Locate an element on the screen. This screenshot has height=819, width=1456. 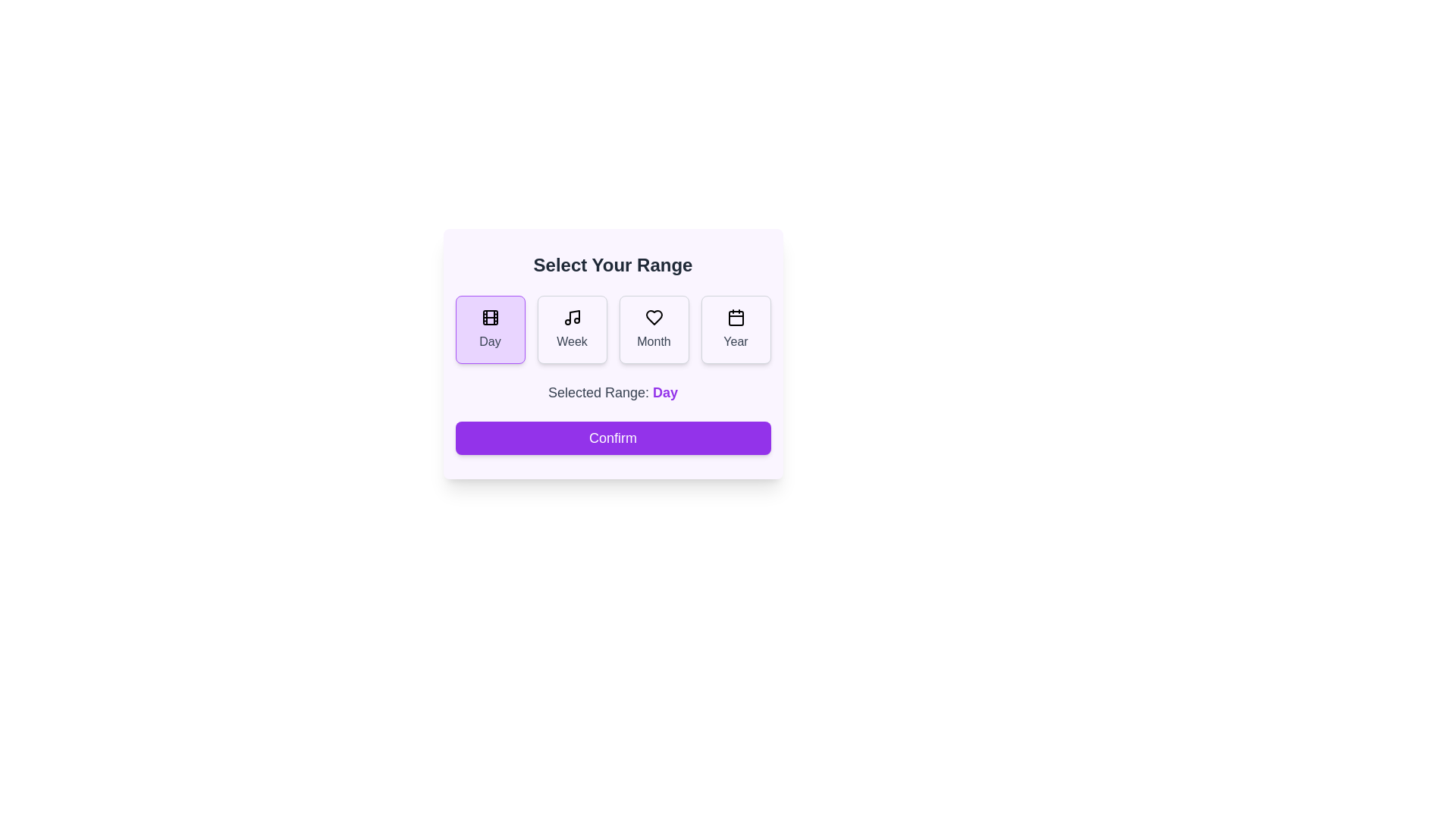
the icon resembling two overlapping musical notes, located near the top of the box labeled 'Week' is located at coordinates (571, 317).